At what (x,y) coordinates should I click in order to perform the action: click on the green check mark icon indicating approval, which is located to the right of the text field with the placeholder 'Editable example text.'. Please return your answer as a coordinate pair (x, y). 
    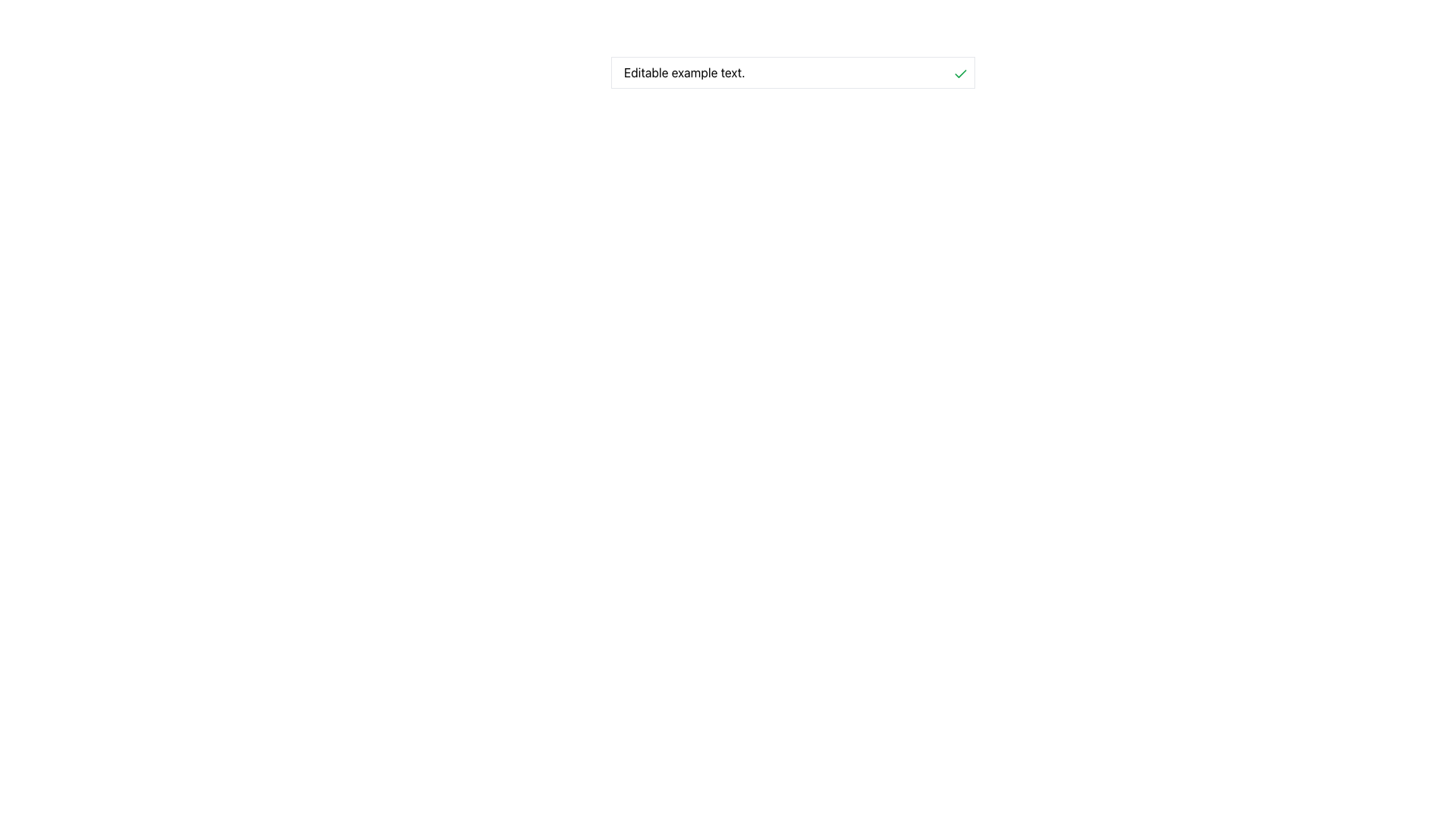
    Looking at the image, I should click on (960, 73).